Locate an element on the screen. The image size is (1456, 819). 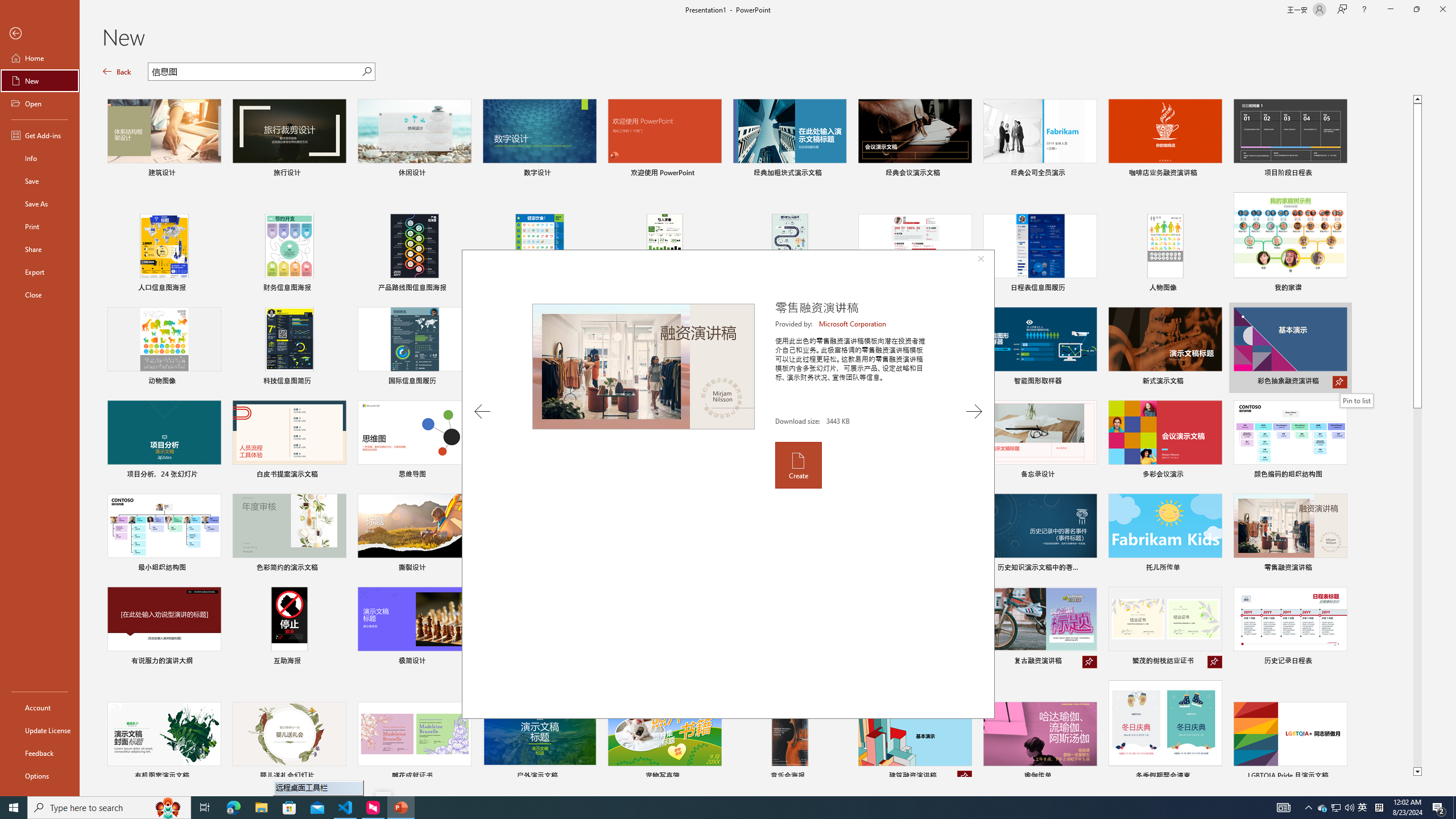
'Next Template' is located at coordinates (974, 411).